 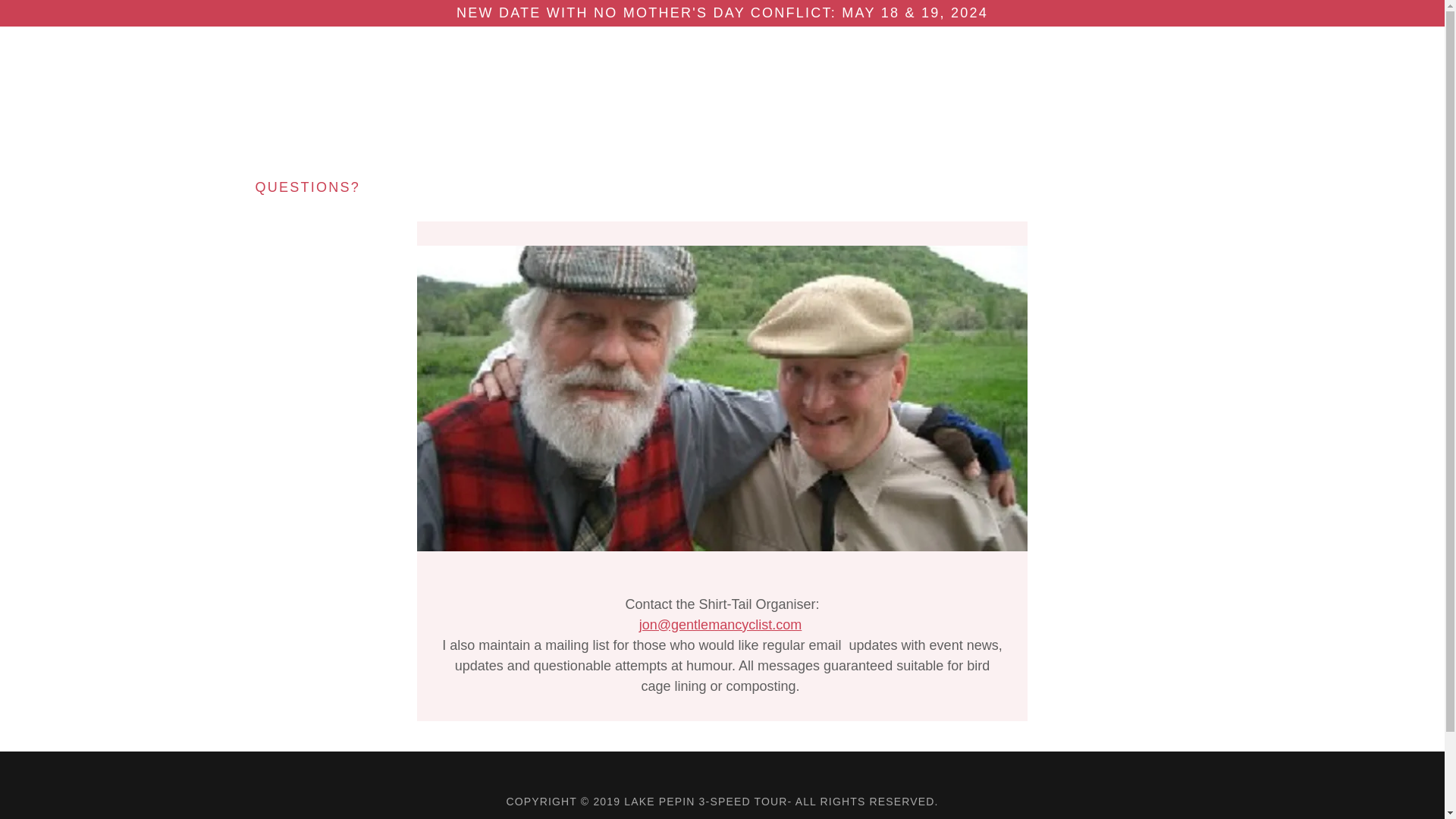 I want to click on 'jon@gentlemancyclist.com', so click(x=720, y=625).